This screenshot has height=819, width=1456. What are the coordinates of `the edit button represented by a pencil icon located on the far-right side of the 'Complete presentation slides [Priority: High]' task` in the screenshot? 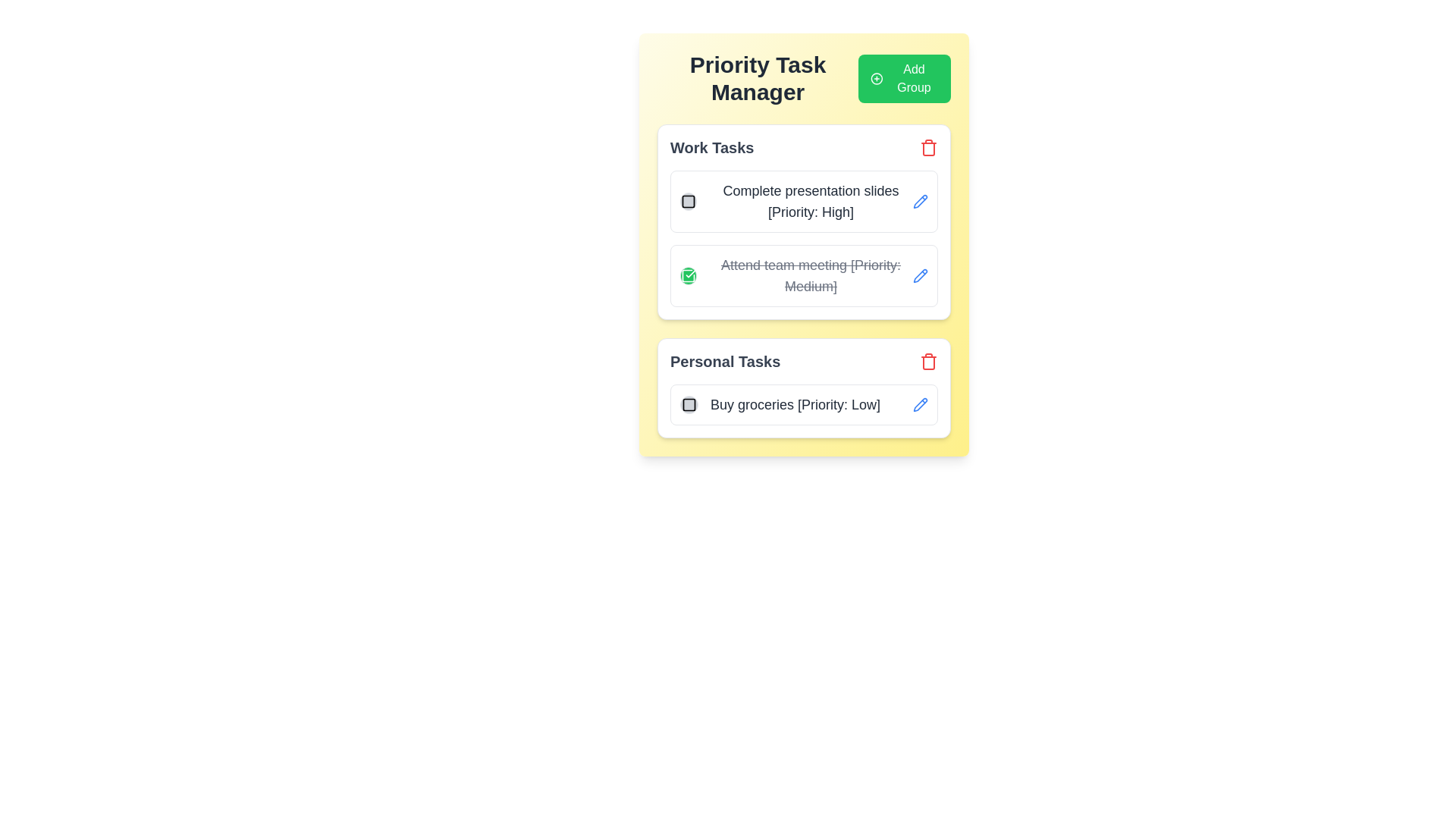 It's located at (920, 201).